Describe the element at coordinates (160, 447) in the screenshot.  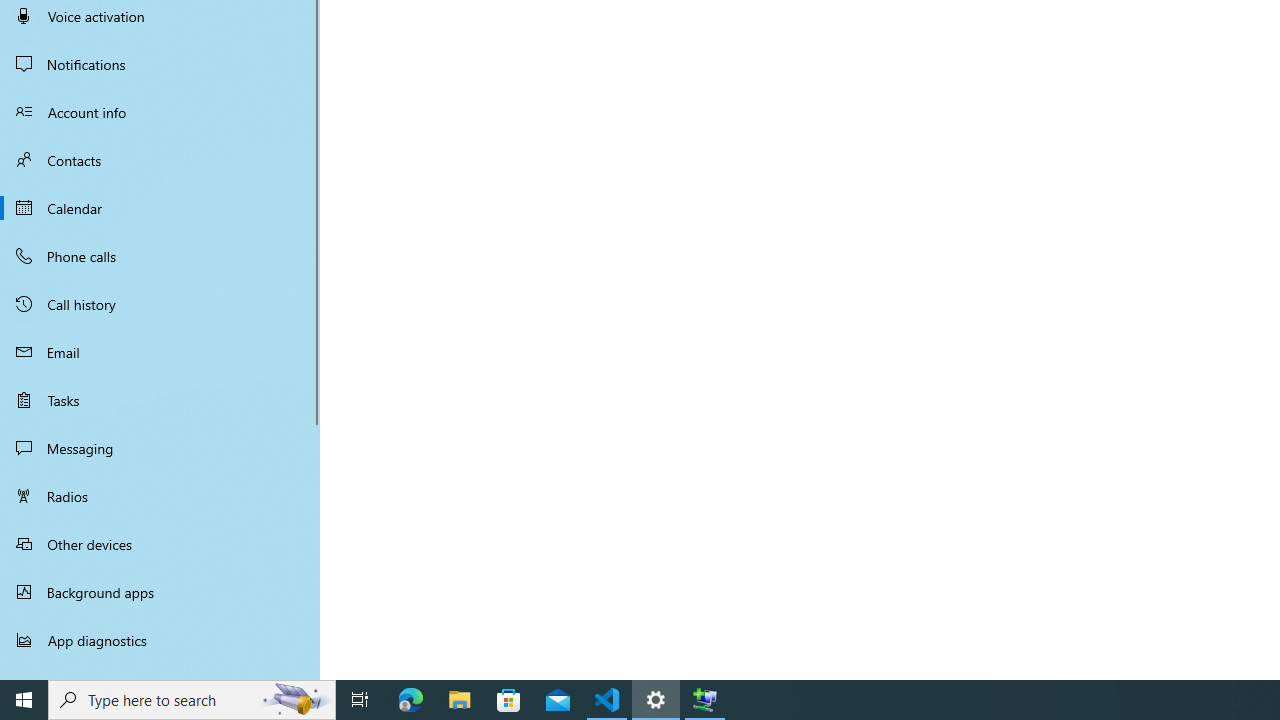
I see `'Messaging'` at that location.